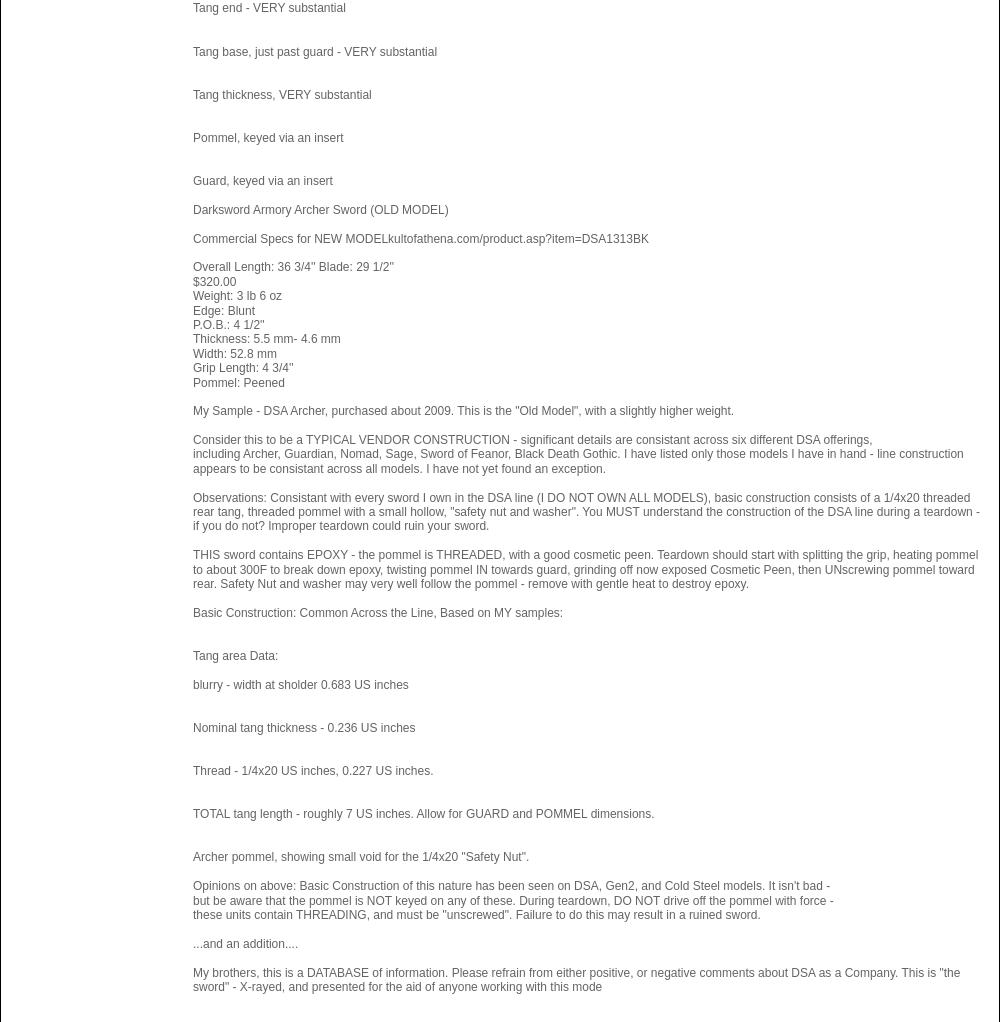 This screenshot has width=1000, height=1022. Describe the element at coordinates (511, 884) in the screenshot. I see `'Opinions on above: Basic Construction of this nature has been seen on DSA, Gen2, and Cold Steel models. It isn't bad -'` at that location.